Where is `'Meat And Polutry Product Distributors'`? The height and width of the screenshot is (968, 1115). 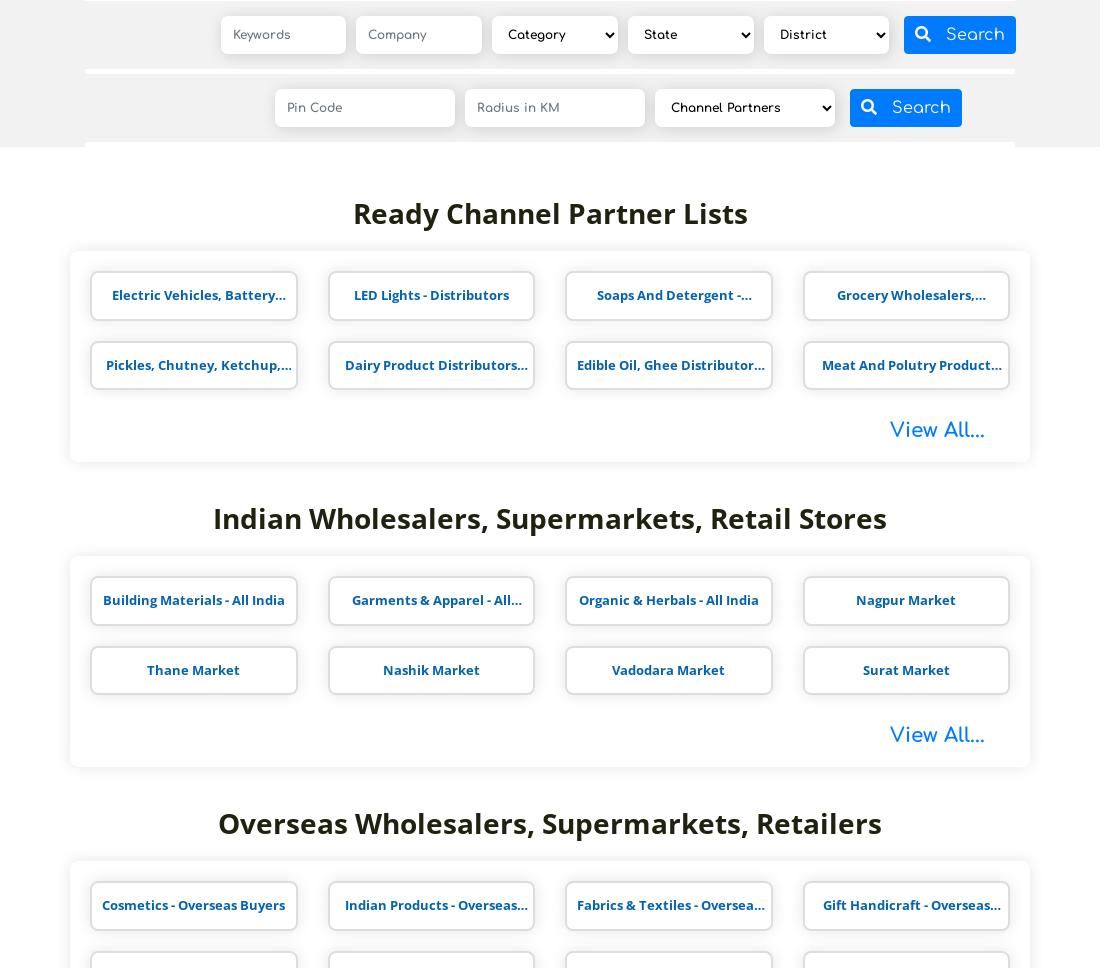
'Meat And Polutry Product Distributors' is located at coordinates (819, 371).